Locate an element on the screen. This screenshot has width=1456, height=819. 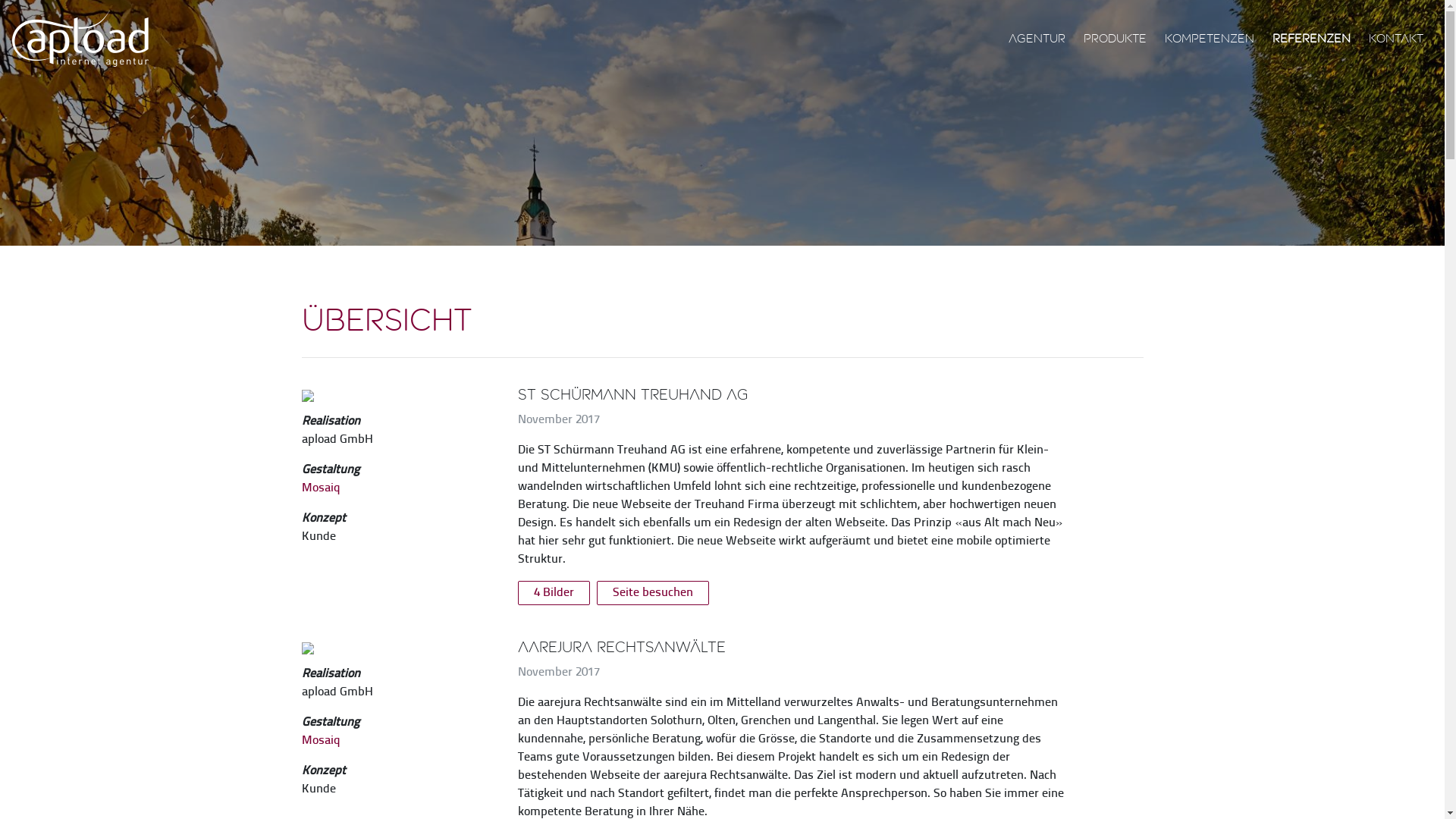
'Referenzen' is located at coordinates (1310, 38).